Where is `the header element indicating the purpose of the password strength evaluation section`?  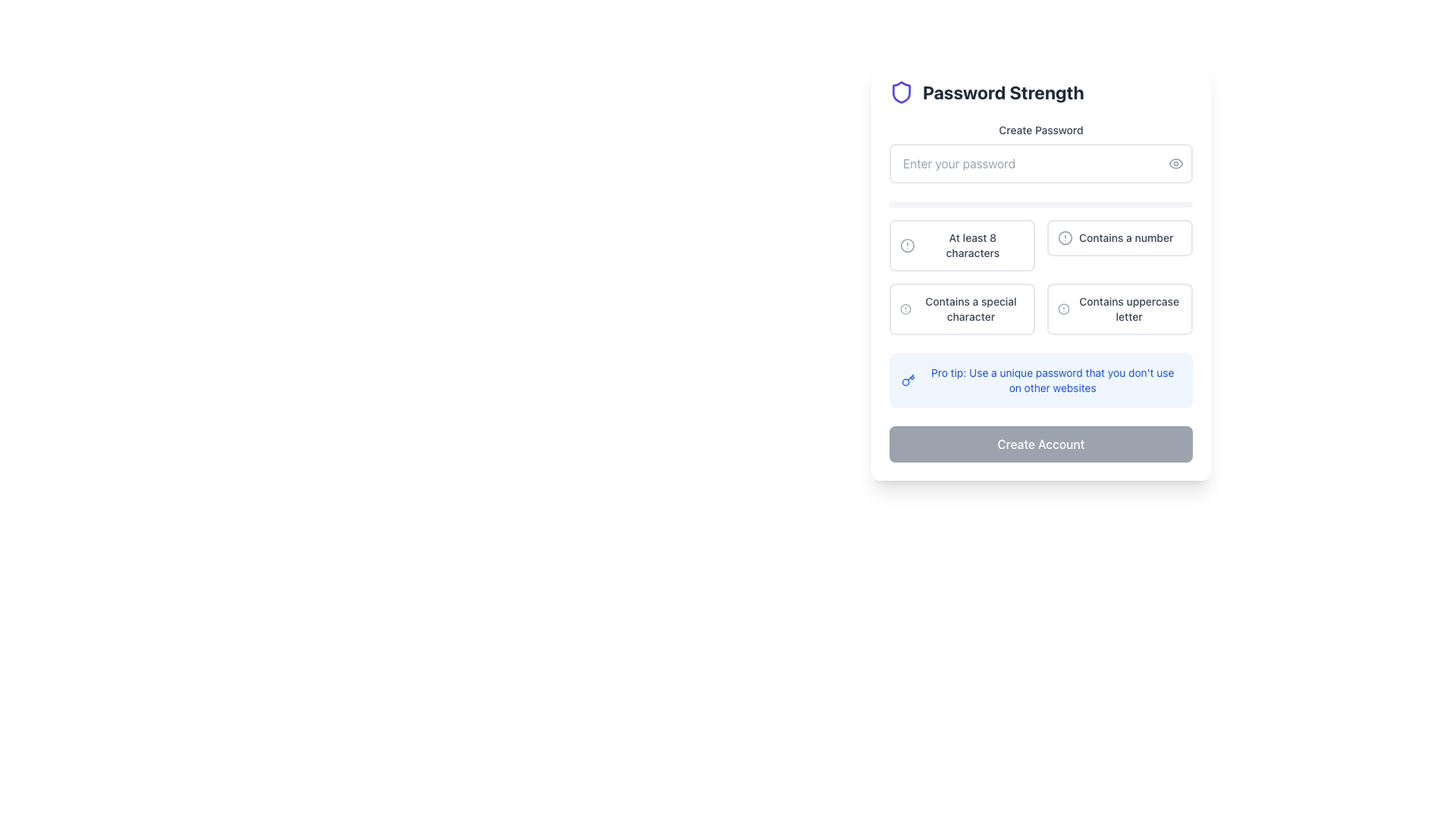 the header element indicating the purpose of the password strength evaluation section is located at coordinates (1040, 93).